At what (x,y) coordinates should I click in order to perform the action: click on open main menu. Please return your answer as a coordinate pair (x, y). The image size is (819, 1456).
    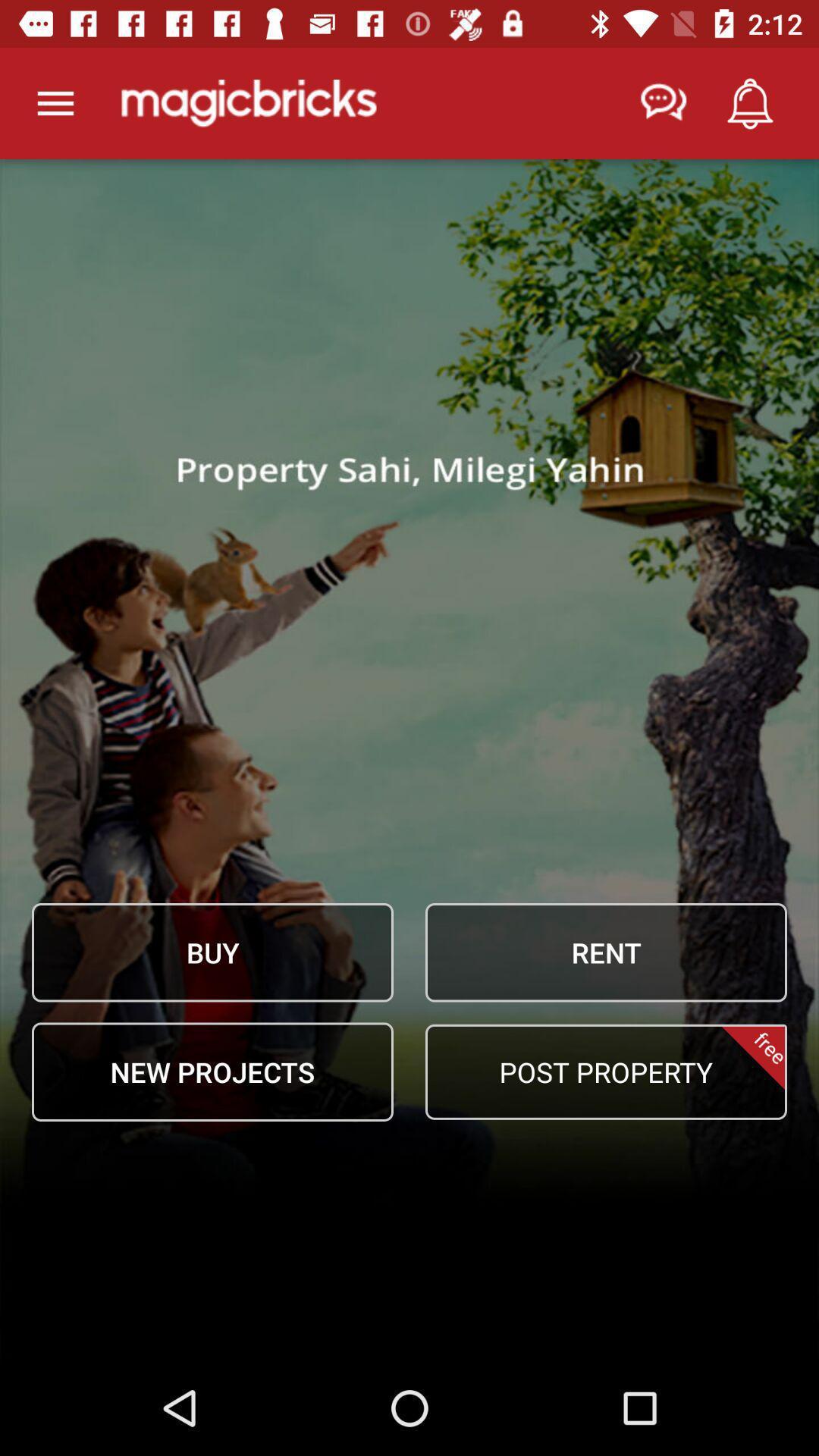
    Looking at the image, I should click on (55, 102).